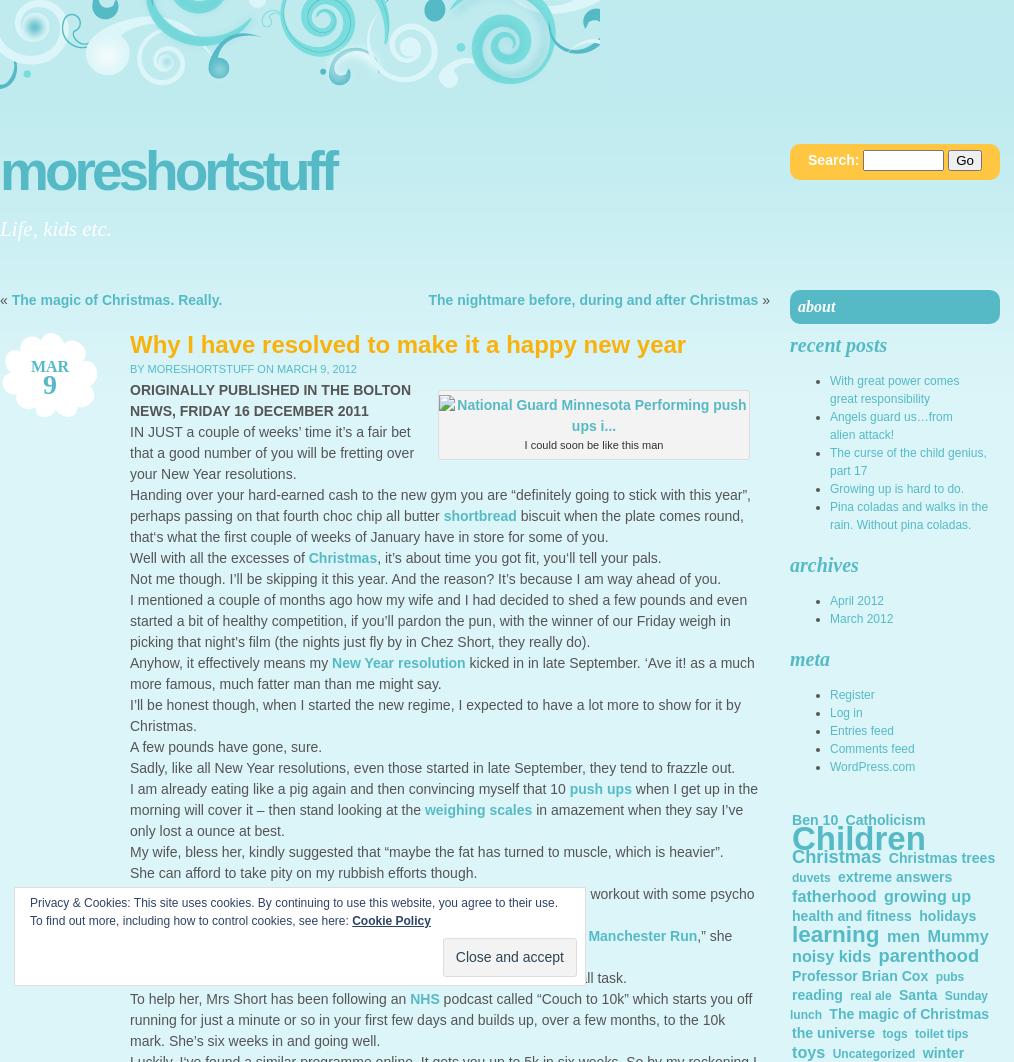 This screenshot has width=1014, height=1062. I want to click on 'Privacy & Cookies: This site uses cookies. By continuing to use this website, you agree to their use.', so click(293, 902).